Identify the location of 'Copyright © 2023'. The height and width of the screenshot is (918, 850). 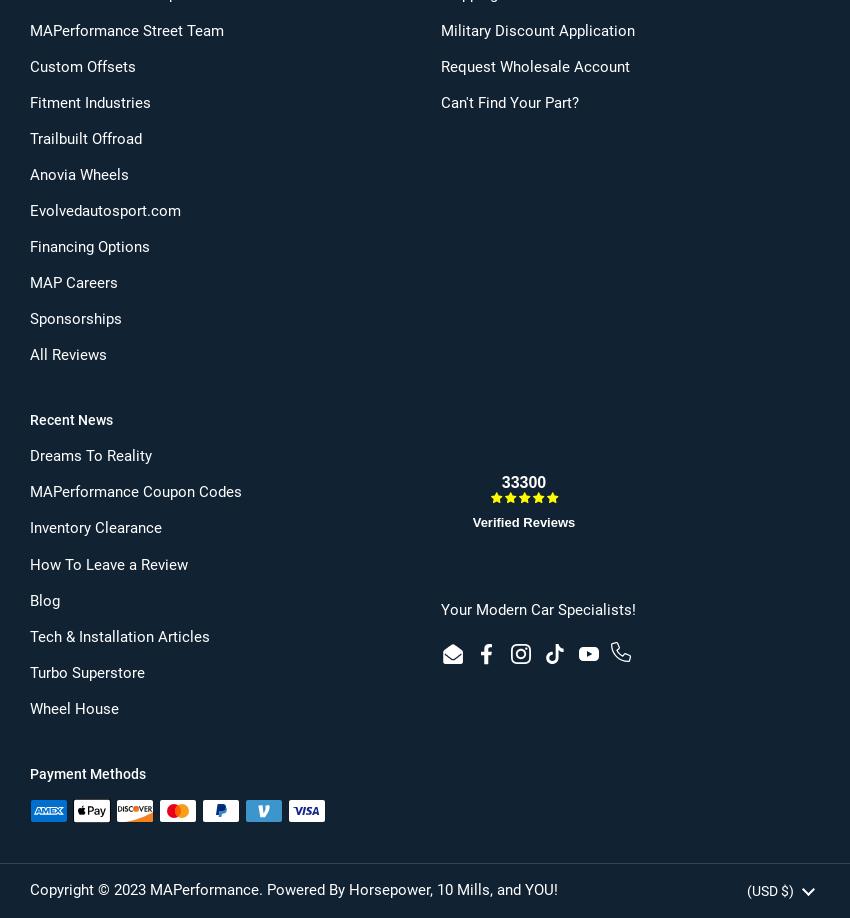
(89, 887).